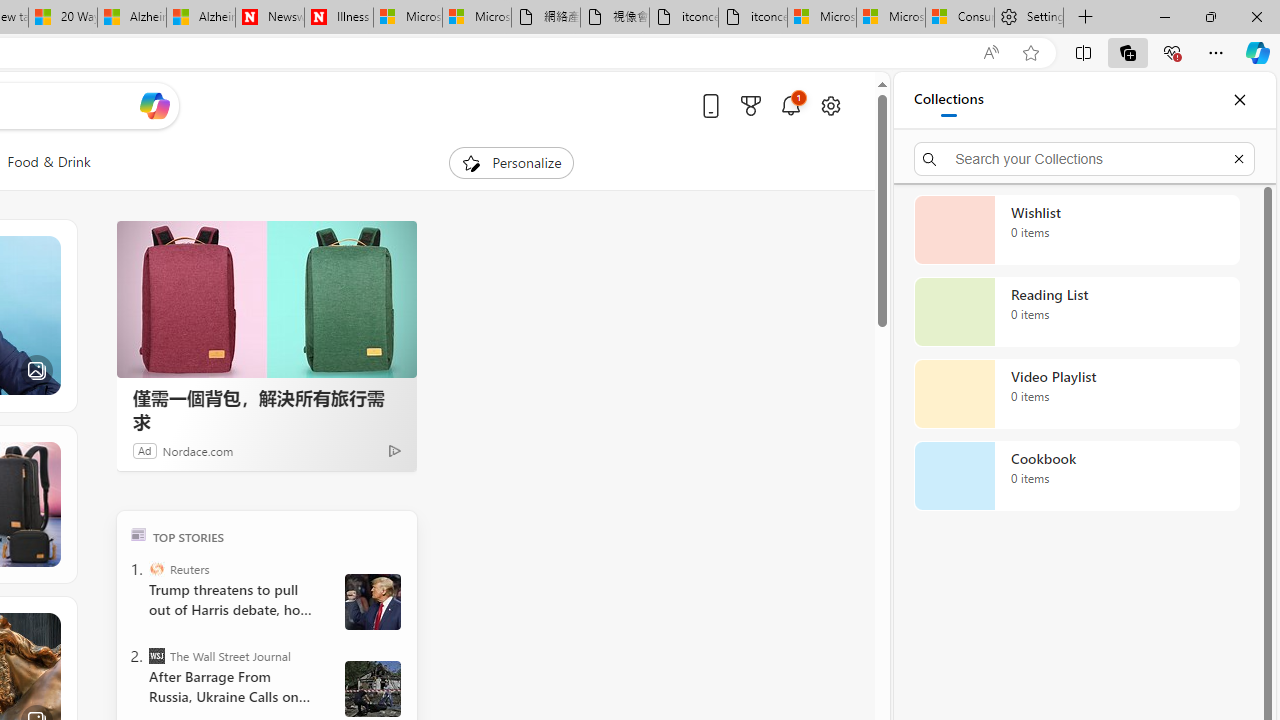  I want to click on 'Open Copilot', so click(154, 105).